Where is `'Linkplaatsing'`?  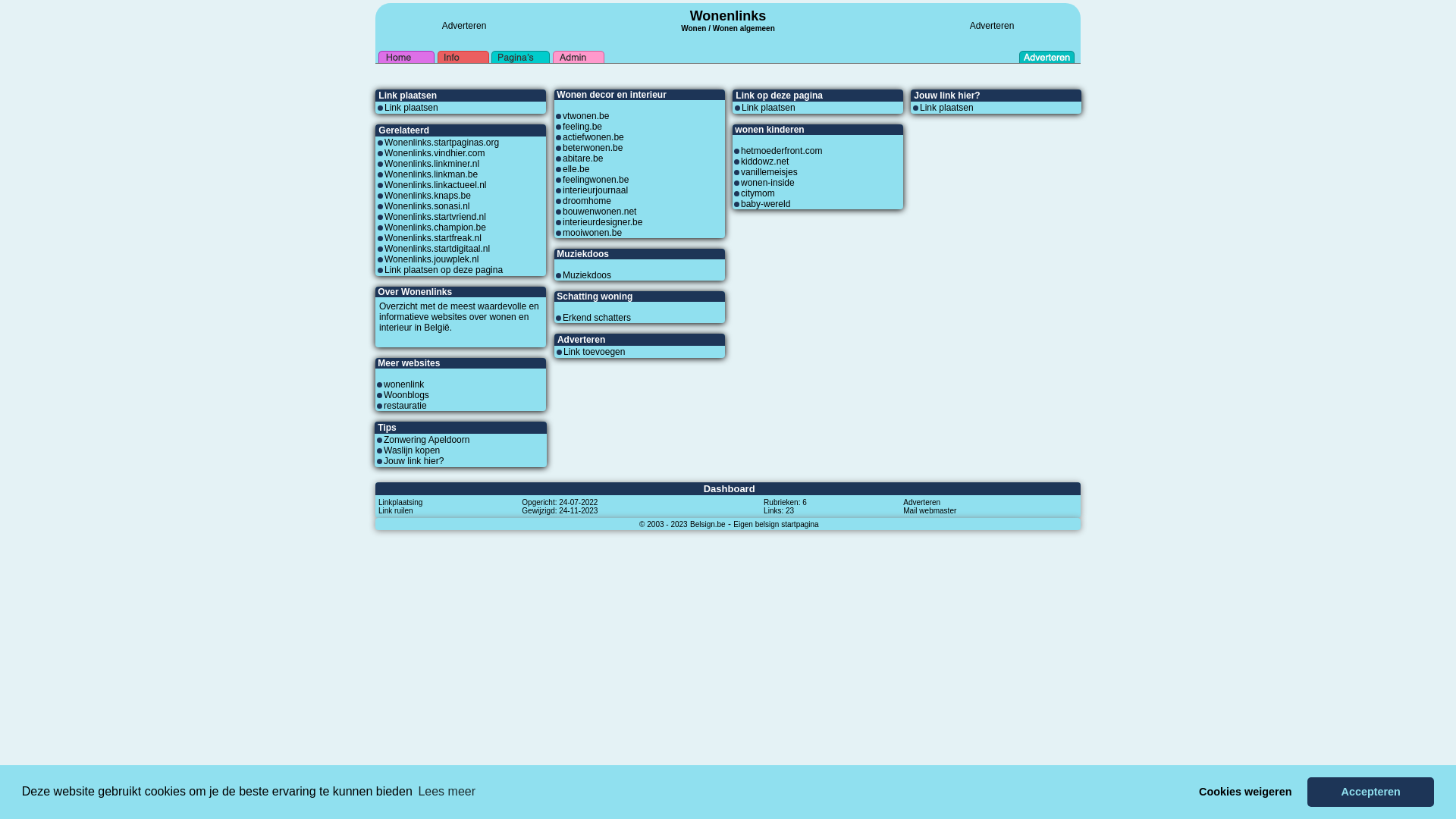
'Linkplaatsing' is located at coordinates (400, 502).